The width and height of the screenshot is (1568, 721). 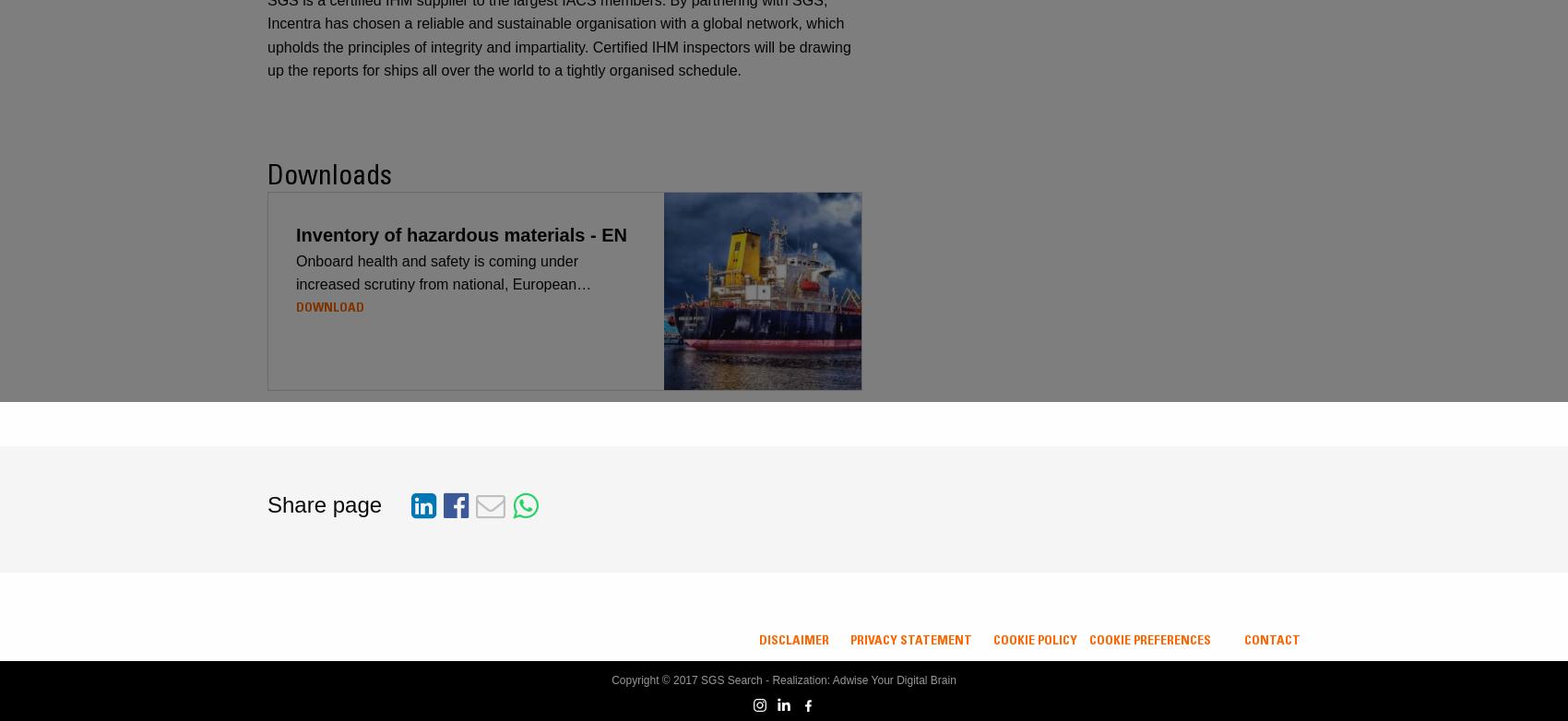 I want to click on 'Cookie Policy', so click(x=1035, y=639).